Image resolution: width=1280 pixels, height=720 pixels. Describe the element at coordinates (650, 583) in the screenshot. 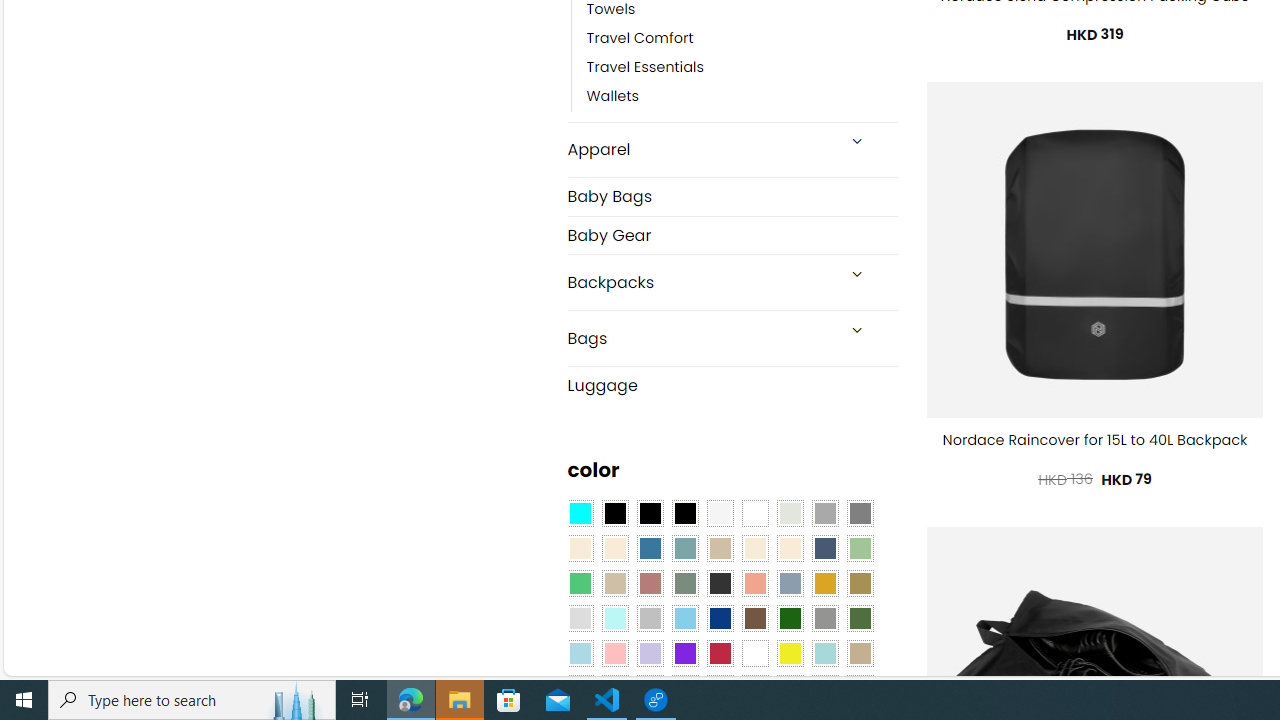

I see `'Rose'` at that location.